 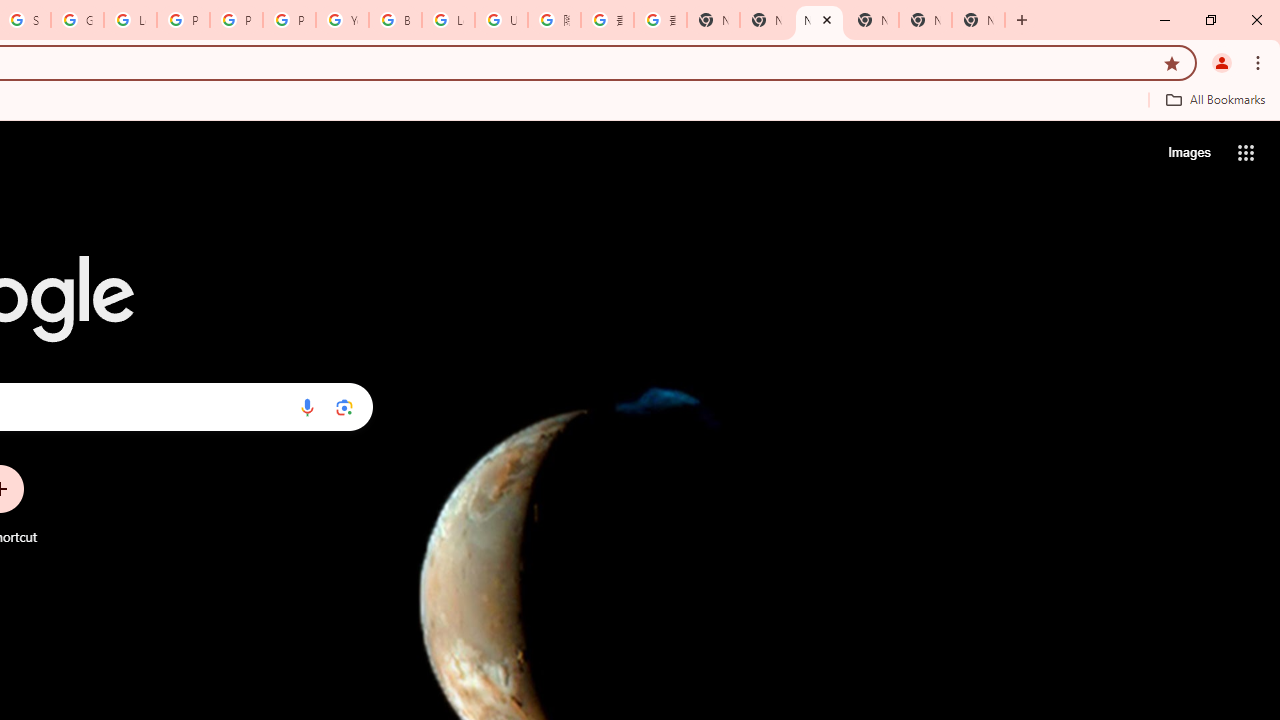 I want to click on 'Search by voice', so click(x=306, y=406).